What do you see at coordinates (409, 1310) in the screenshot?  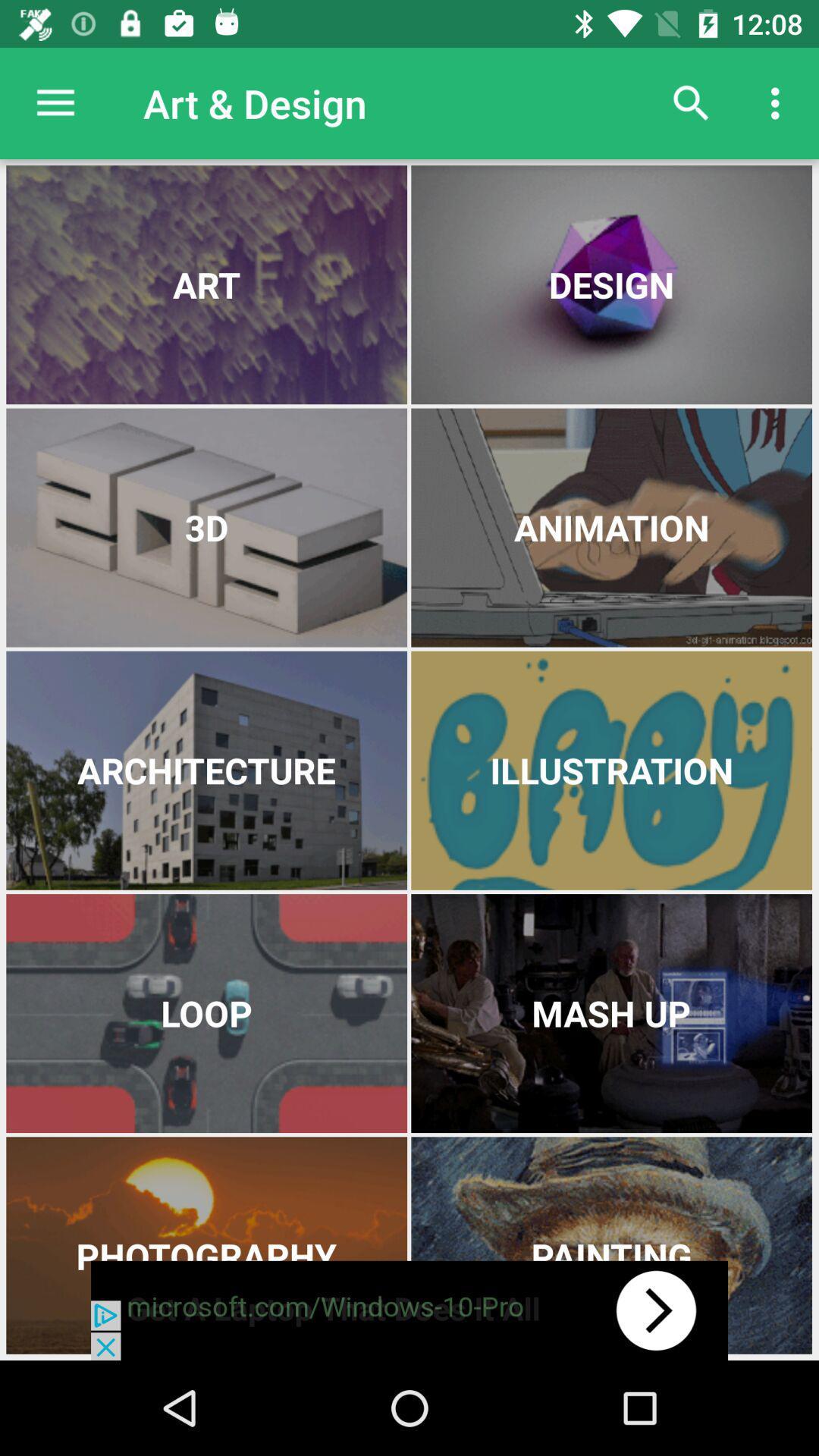 I see `advertisement bar` at bounding box center [409, 1310].